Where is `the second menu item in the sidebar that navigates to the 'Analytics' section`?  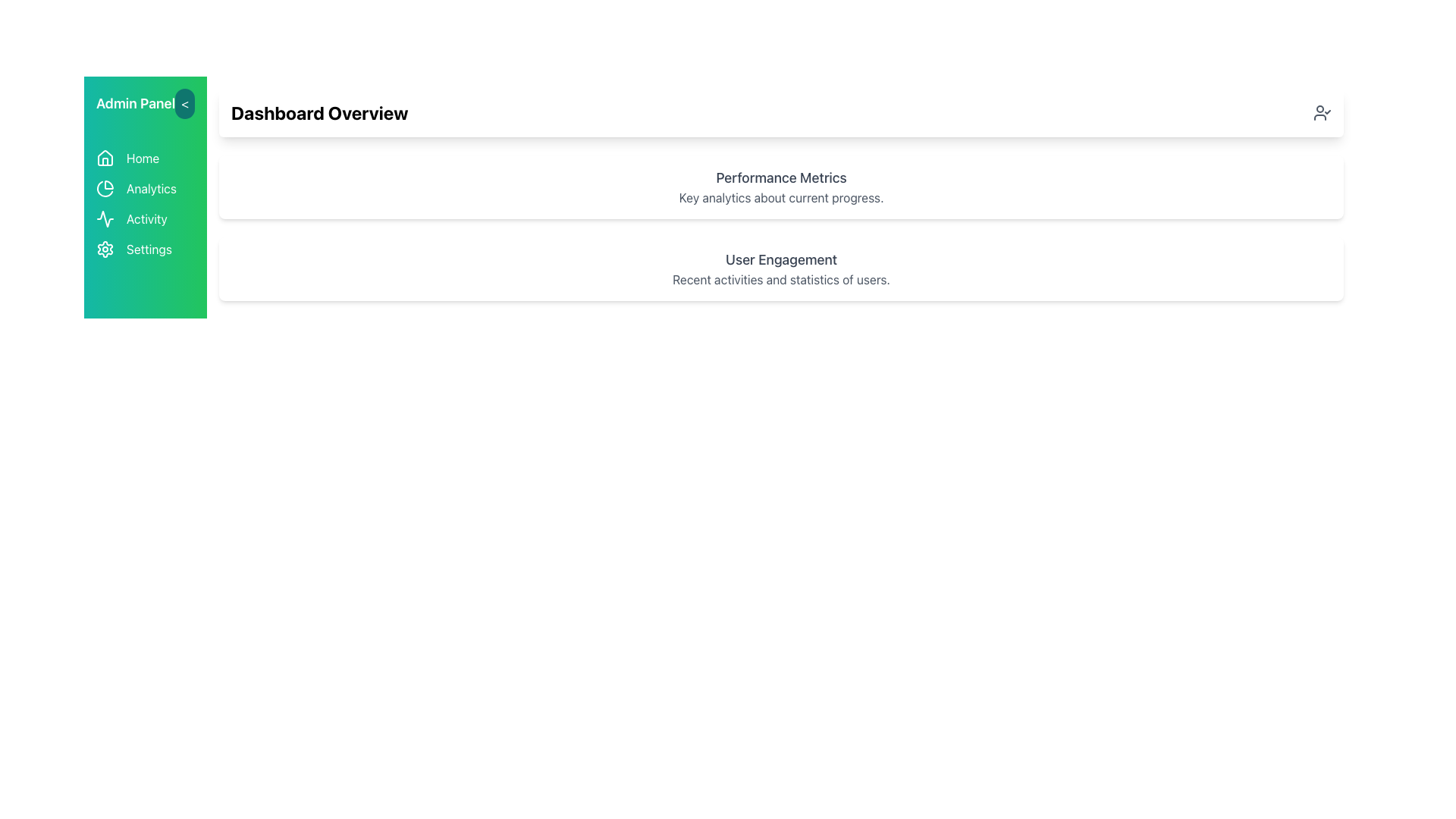 the second menu item in the sidebar that navigates to the 'Analytics' section is located at coordinates (146, 188).